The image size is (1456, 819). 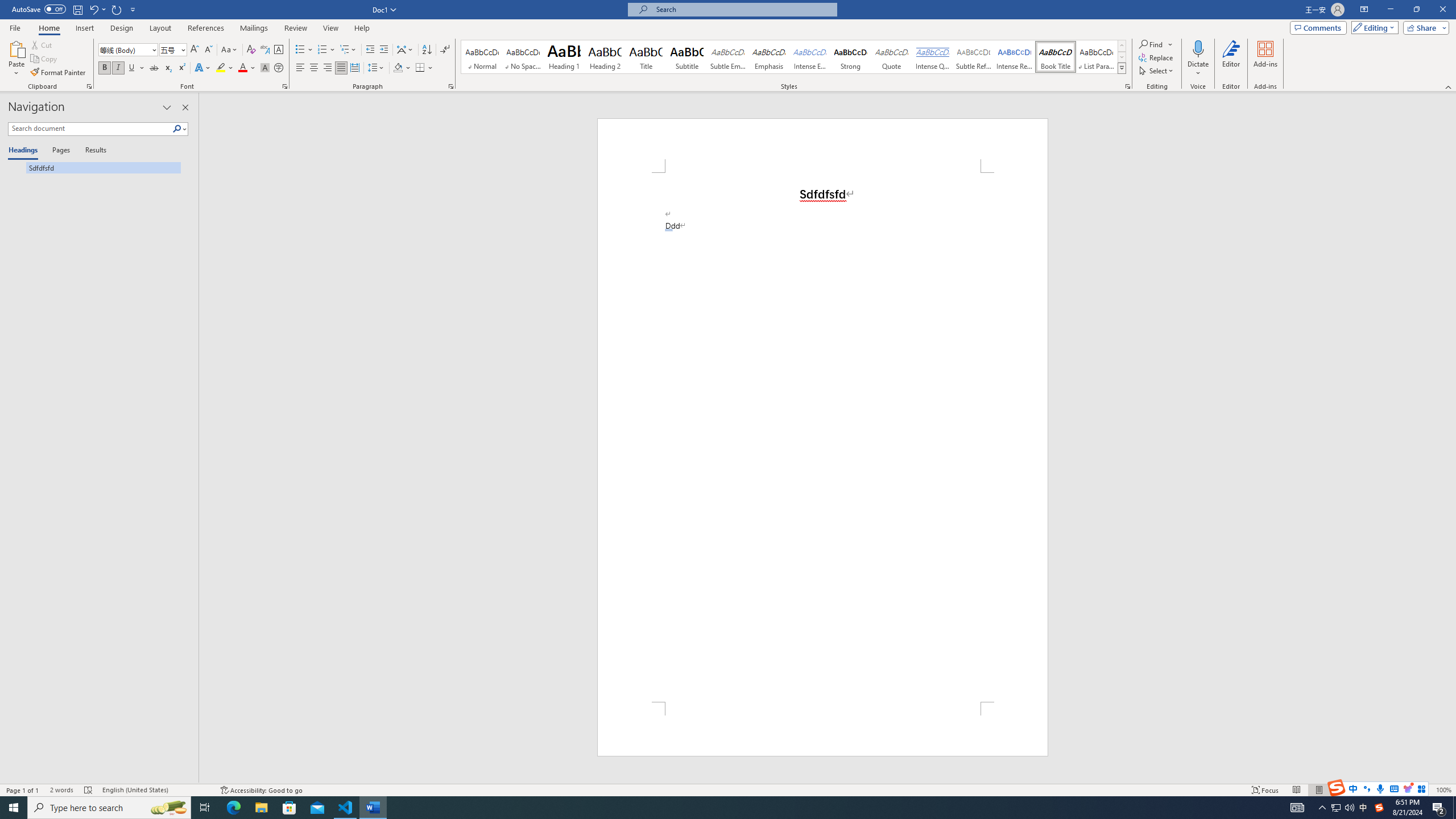 I want to click on 'Text Highlight Color', so click(x=225, y=67).